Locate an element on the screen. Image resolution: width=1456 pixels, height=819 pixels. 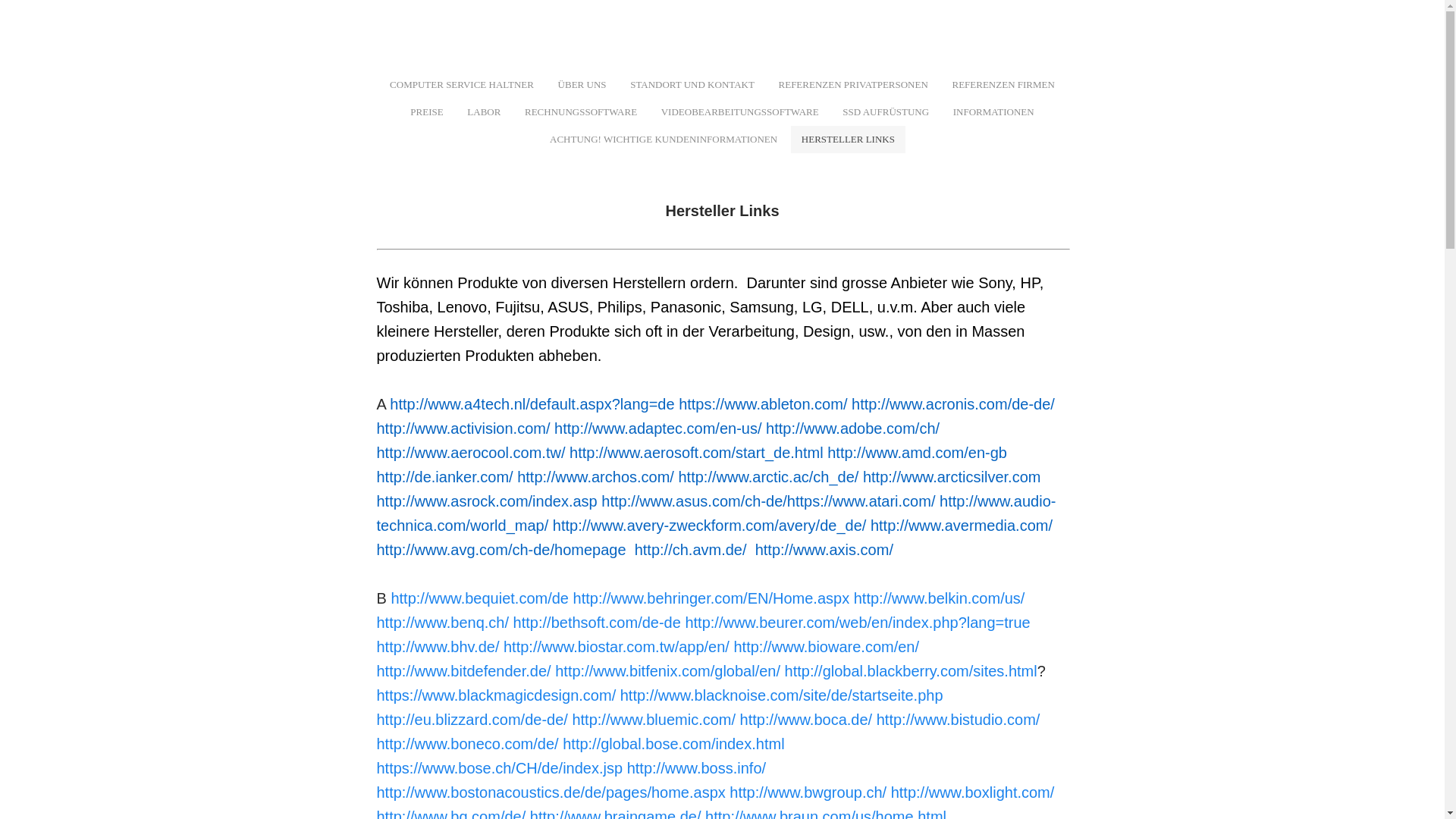
'INFORMATIONEN' is located at coordinates (993, 111).